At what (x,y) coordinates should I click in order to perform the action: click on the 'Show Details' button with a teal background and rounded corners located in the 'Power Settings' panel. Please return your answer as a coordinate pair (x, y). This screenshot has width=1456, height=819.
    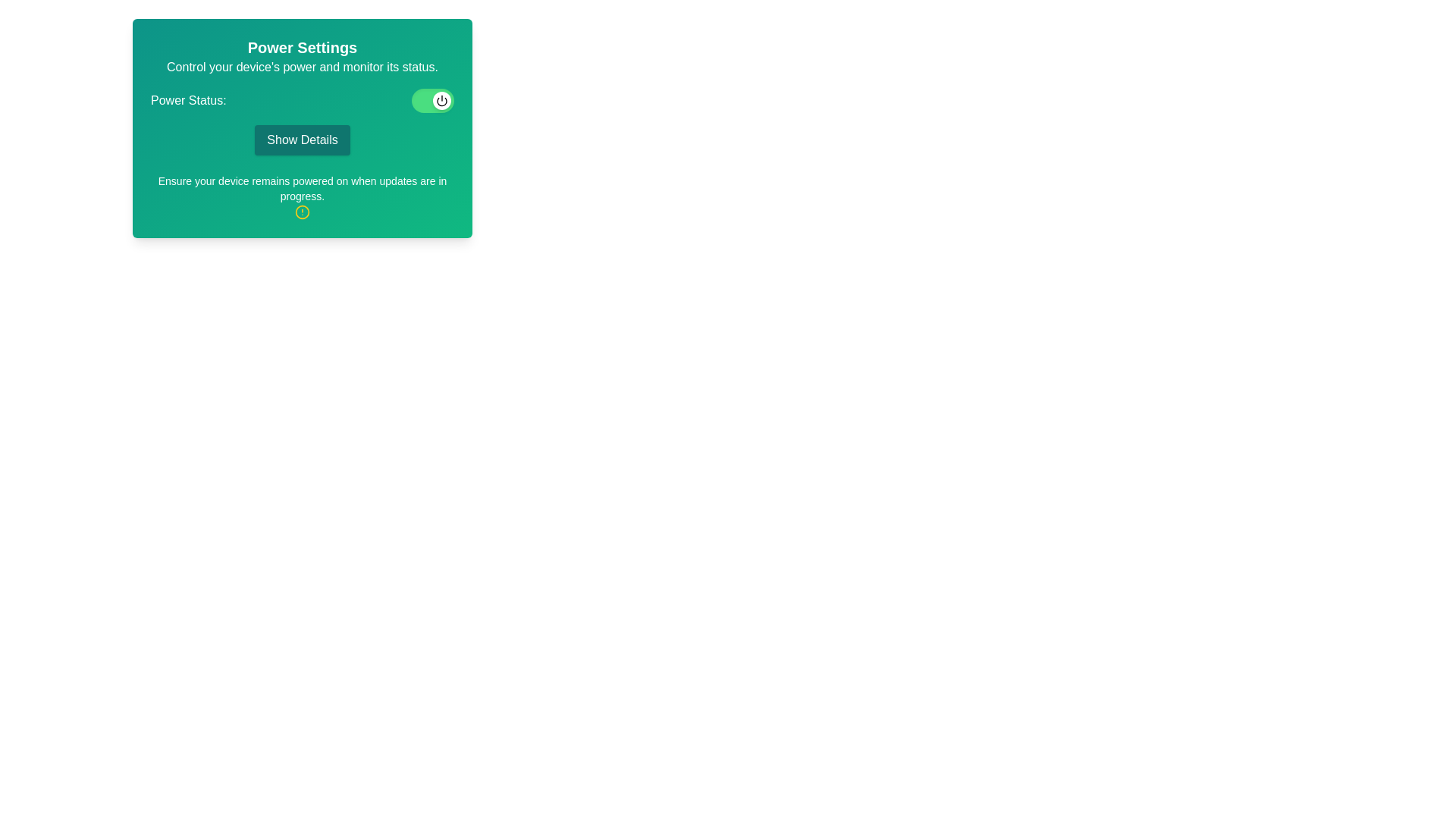
    Looking at the image, I should click on (302, 140).